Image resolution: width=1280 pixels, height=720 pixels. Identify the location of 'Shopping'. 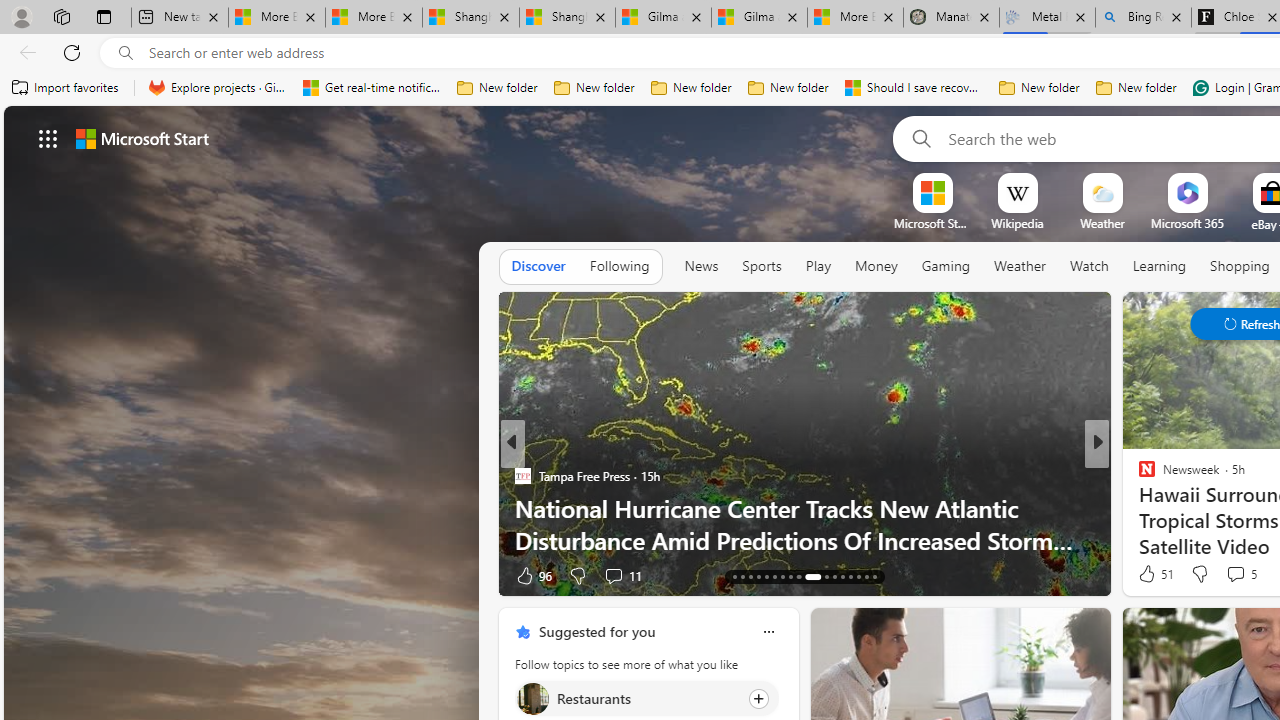
(1239, 265).